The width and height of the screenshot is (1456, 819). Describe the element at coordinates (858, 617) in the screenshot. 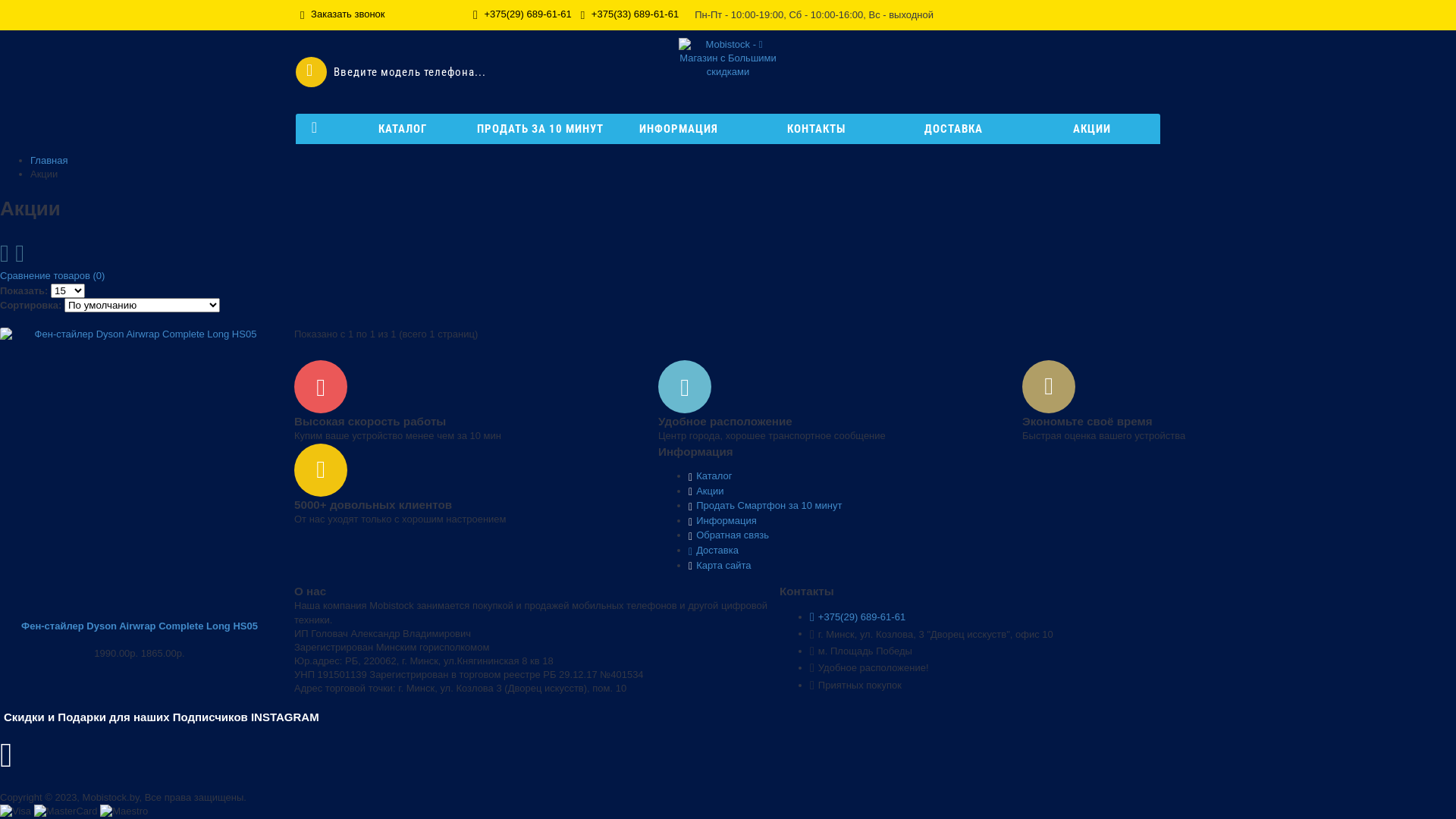

I see `'+375(29) 689-61-61'` at that location.